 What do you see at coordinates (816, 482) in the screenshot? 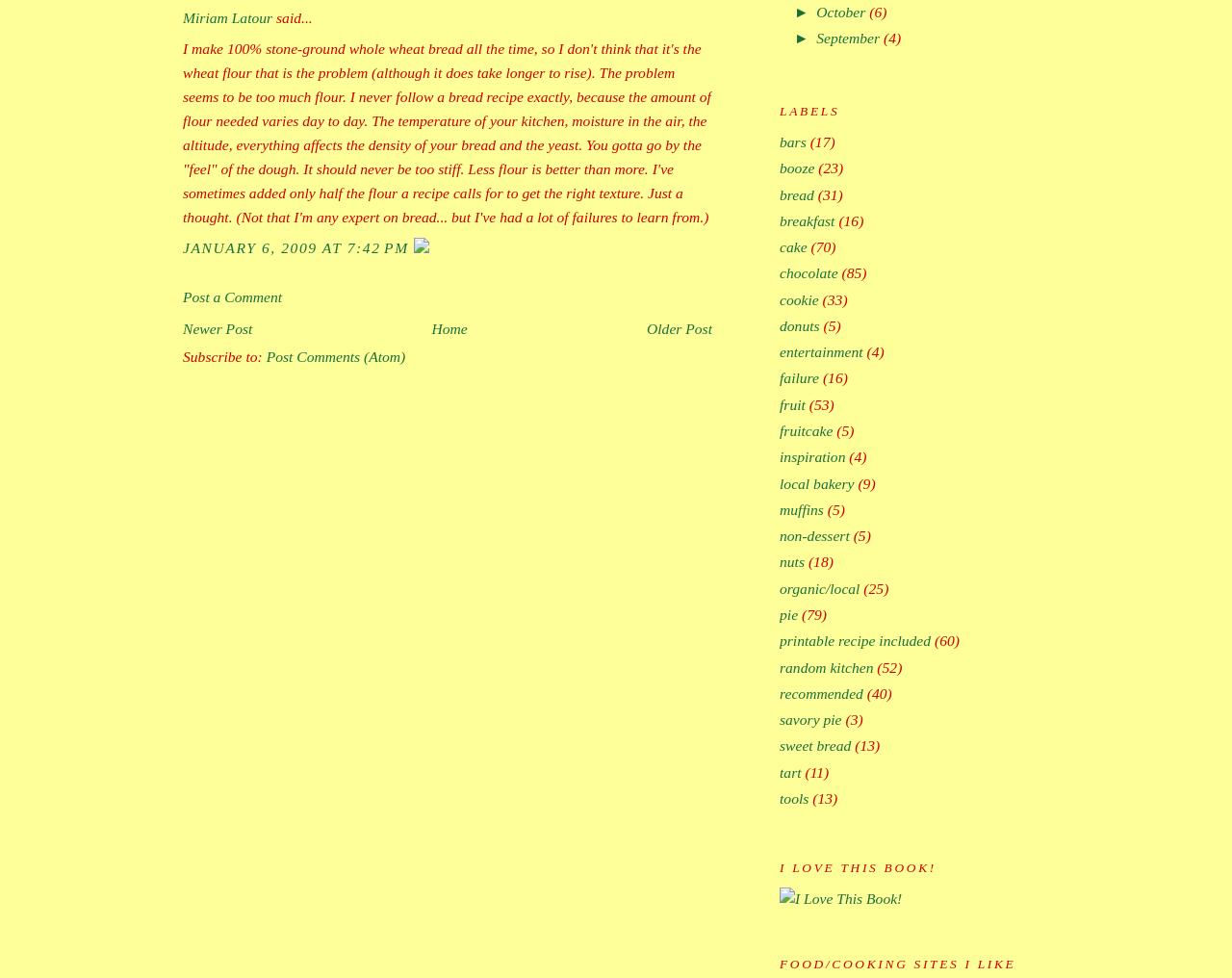
I see `'local bakery'` at bounding box center [816, 482].